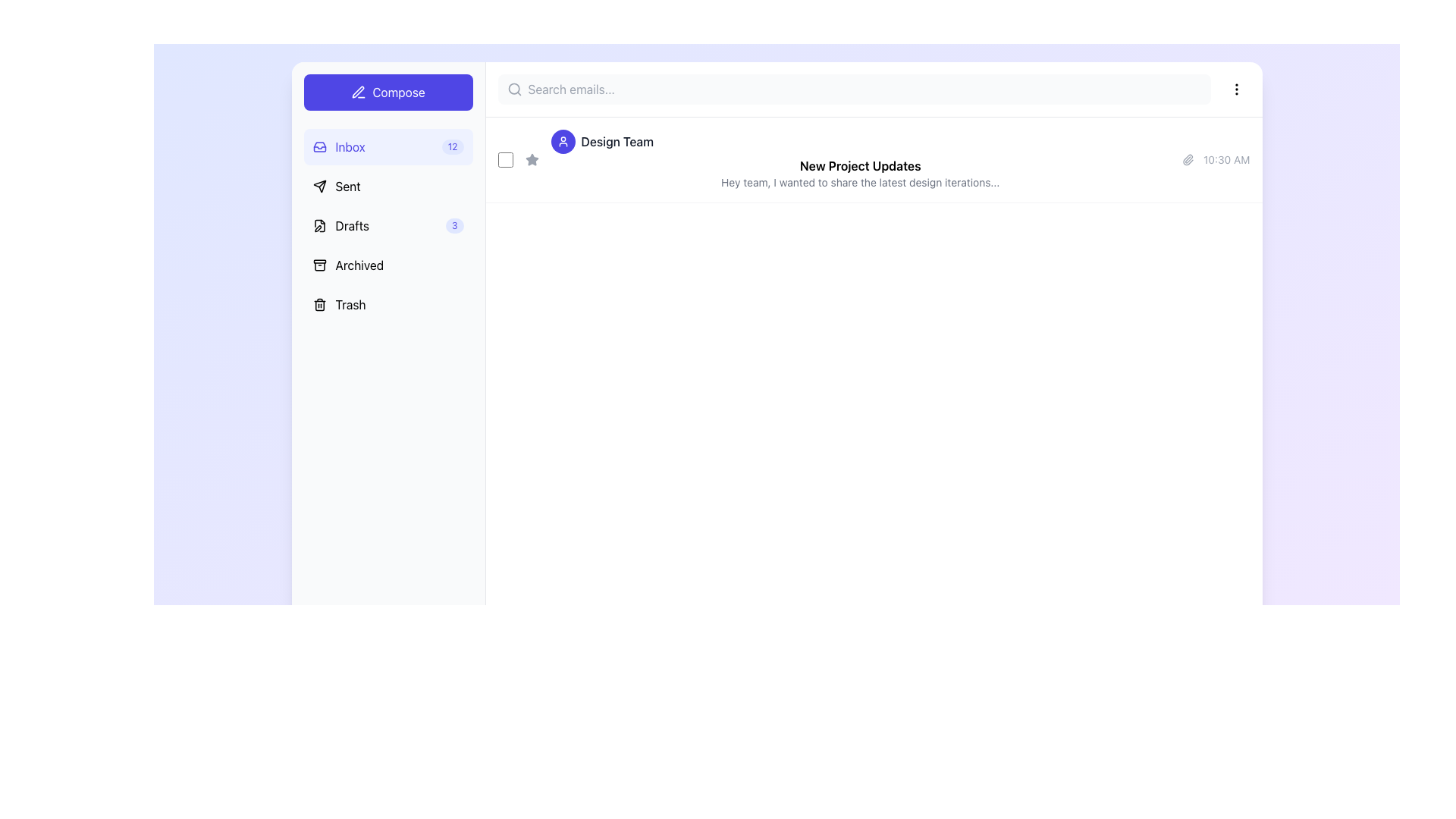 This screenshot has width=1456, height=819. Describe the element at coordinates (336, 186) in the screenshot. I see `the 'Sent' navigation link, which is styled with a paper plane icon and is located in the left-hand navigation panel below 'Inbox' and above 'Drafts'` at that location.